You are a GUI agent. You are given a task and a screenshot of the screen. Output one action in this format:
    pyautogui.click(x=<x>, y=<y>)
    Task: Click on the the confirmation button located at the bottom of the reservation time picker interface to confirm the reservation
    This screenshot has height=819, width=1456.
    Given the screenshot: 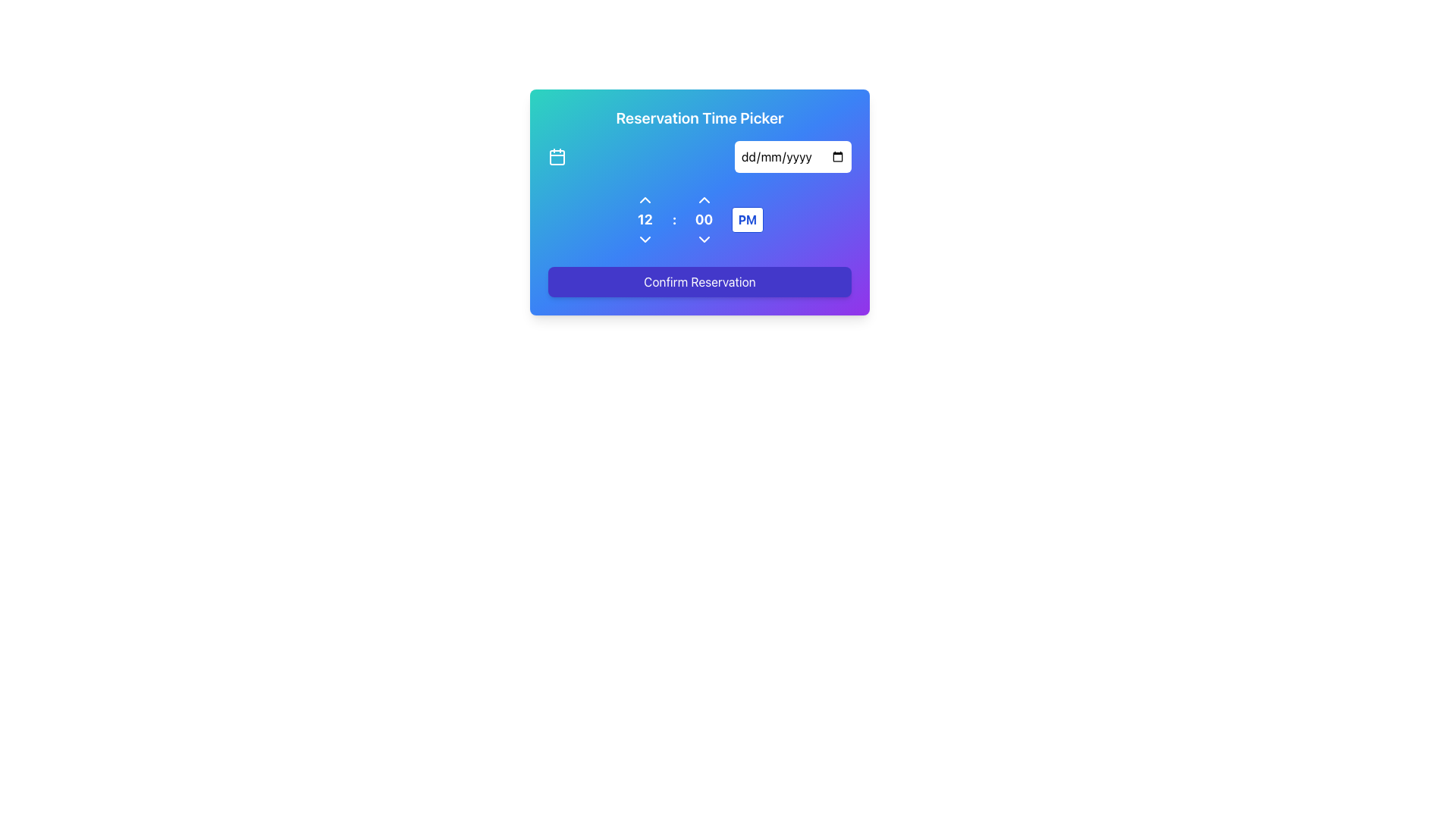 What is the action you would take?
    pyautogui.click(x=698, y=281)
    